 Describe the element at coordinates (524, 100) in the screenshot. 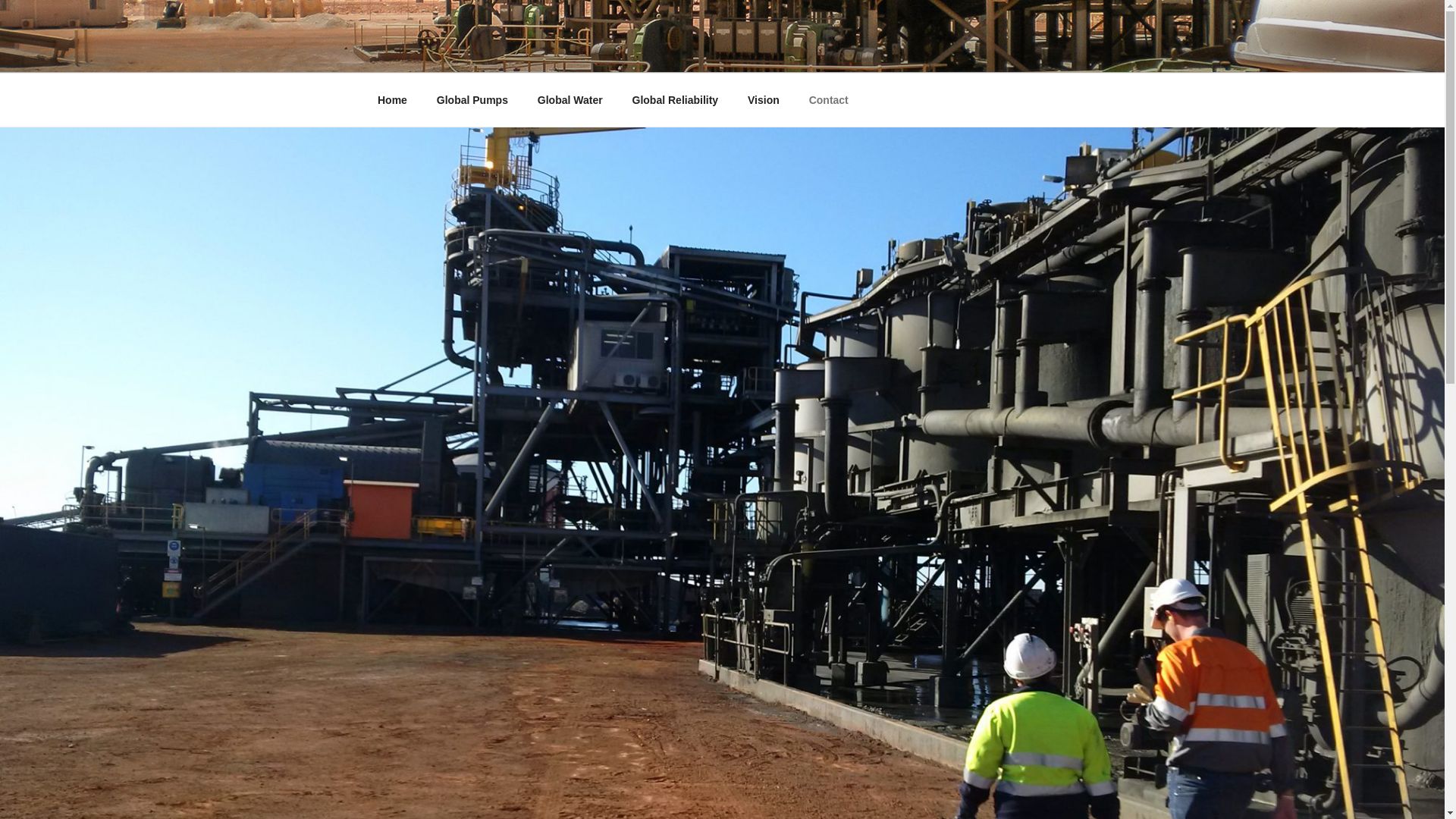

I see `'Global Water'` at that location.